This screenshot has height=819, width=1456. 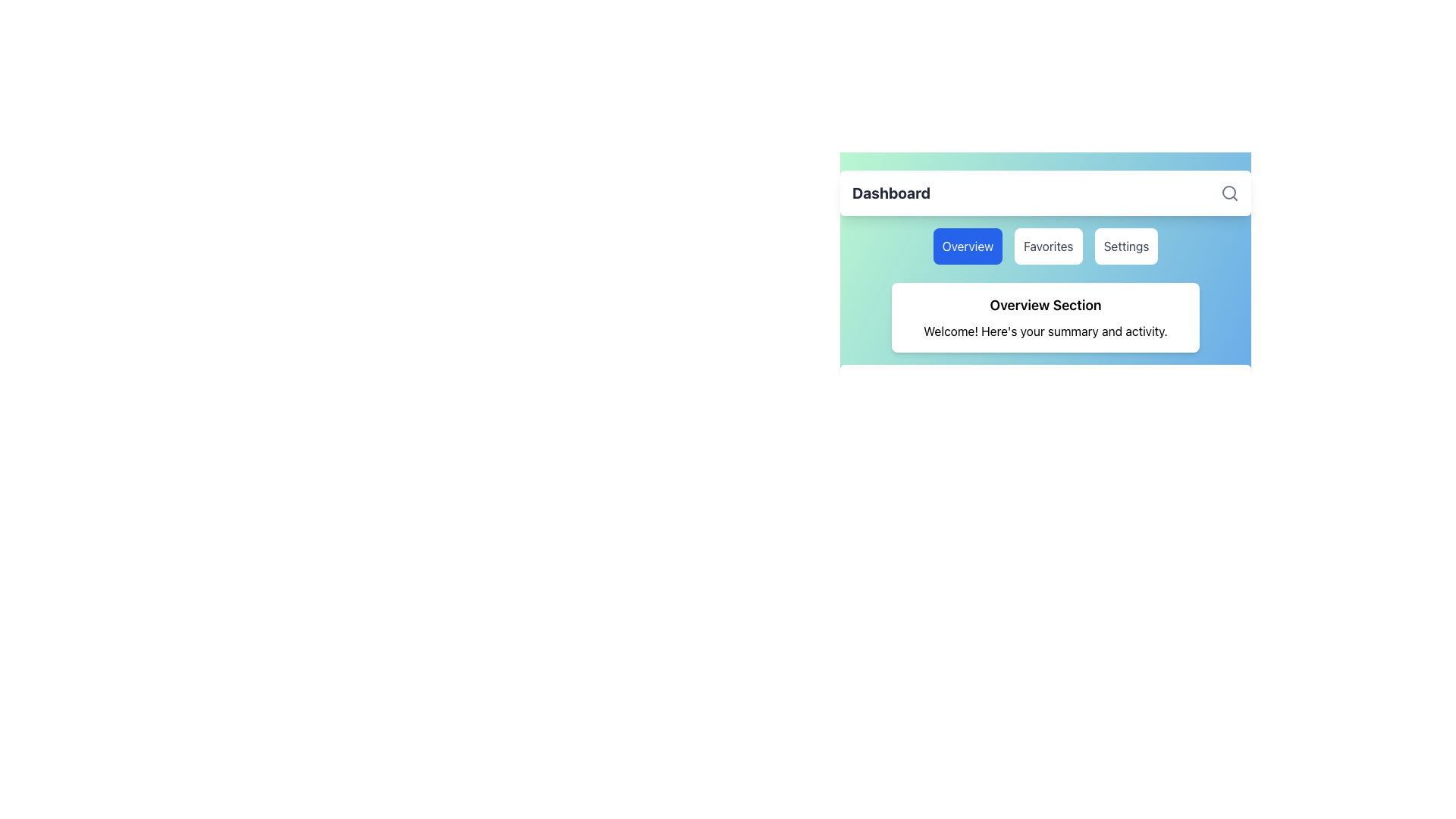 What do you see at coordinates (1126, 245) in the screenshot?
I see `the 'Settings' button, which is a rectangular button with rounded corners and a white background, located in the upper-right region of the interface` at bounding box center [1126, 245].